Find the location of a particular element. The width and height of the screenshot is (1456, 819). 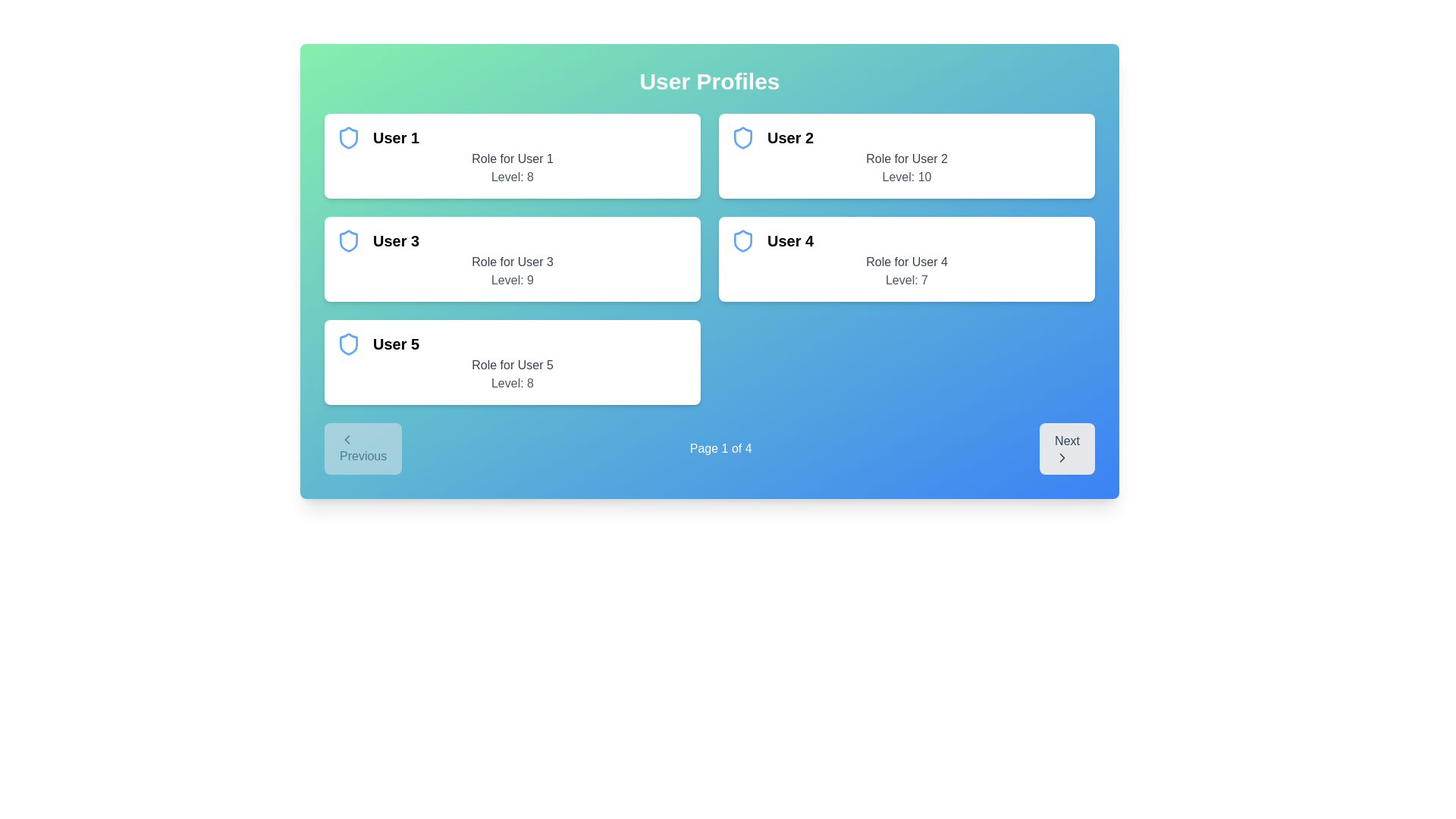

the 'Previous' button, which contains a left-facing chevron icon is located at coordinates (346, 439).